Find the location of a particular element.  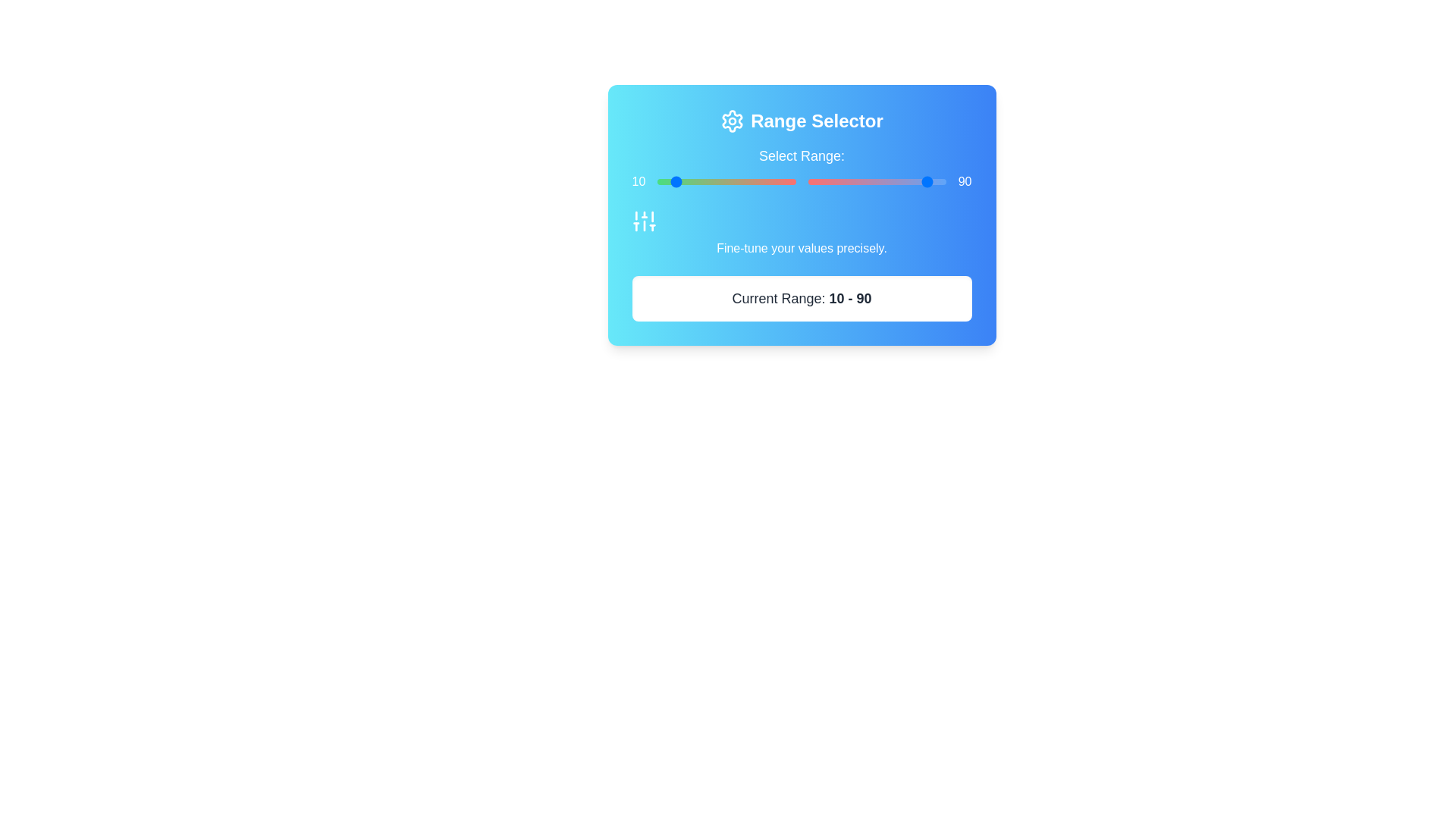

the left range slider to set the starting value to 69 is located at coordinates (753, 180).